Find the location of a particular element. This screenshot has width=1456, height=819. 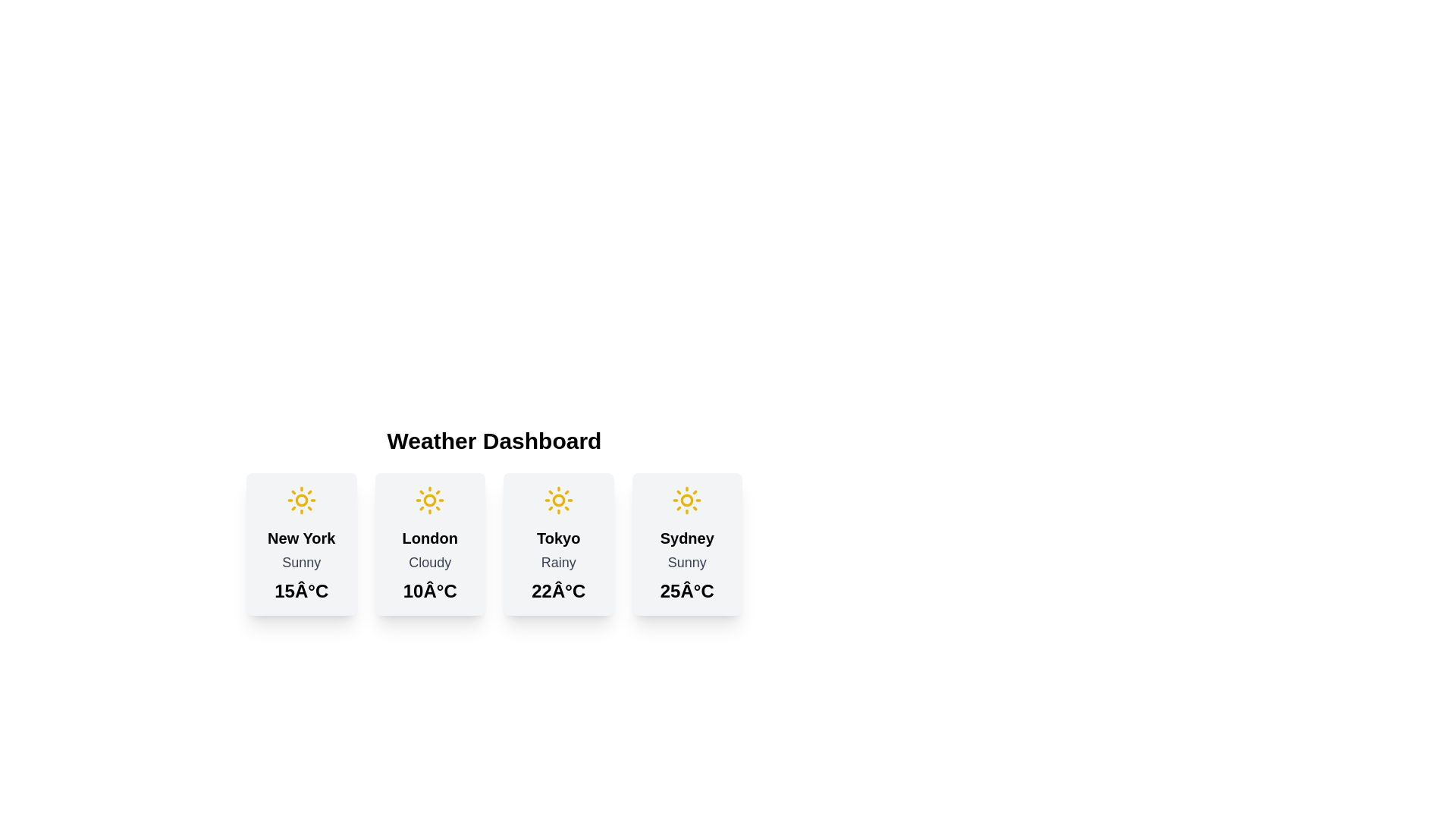

the bold text label displaying '25Â°C' at the bottom of the Sydney weather card is located at coordinates (686, 590).